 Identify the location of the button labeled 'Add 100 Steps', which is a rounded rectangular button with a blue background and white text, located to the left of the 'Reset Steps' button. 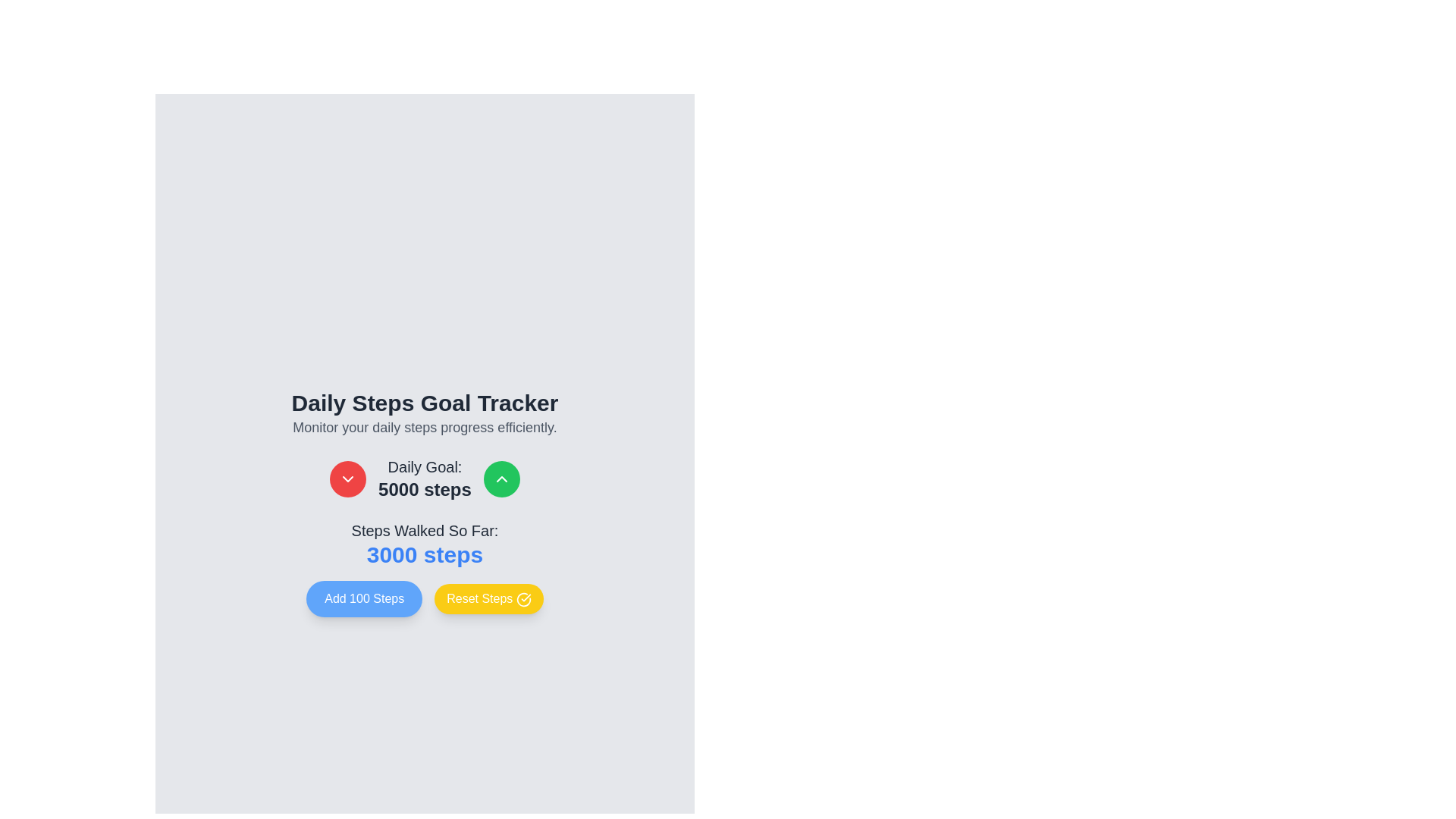
(364, 598).